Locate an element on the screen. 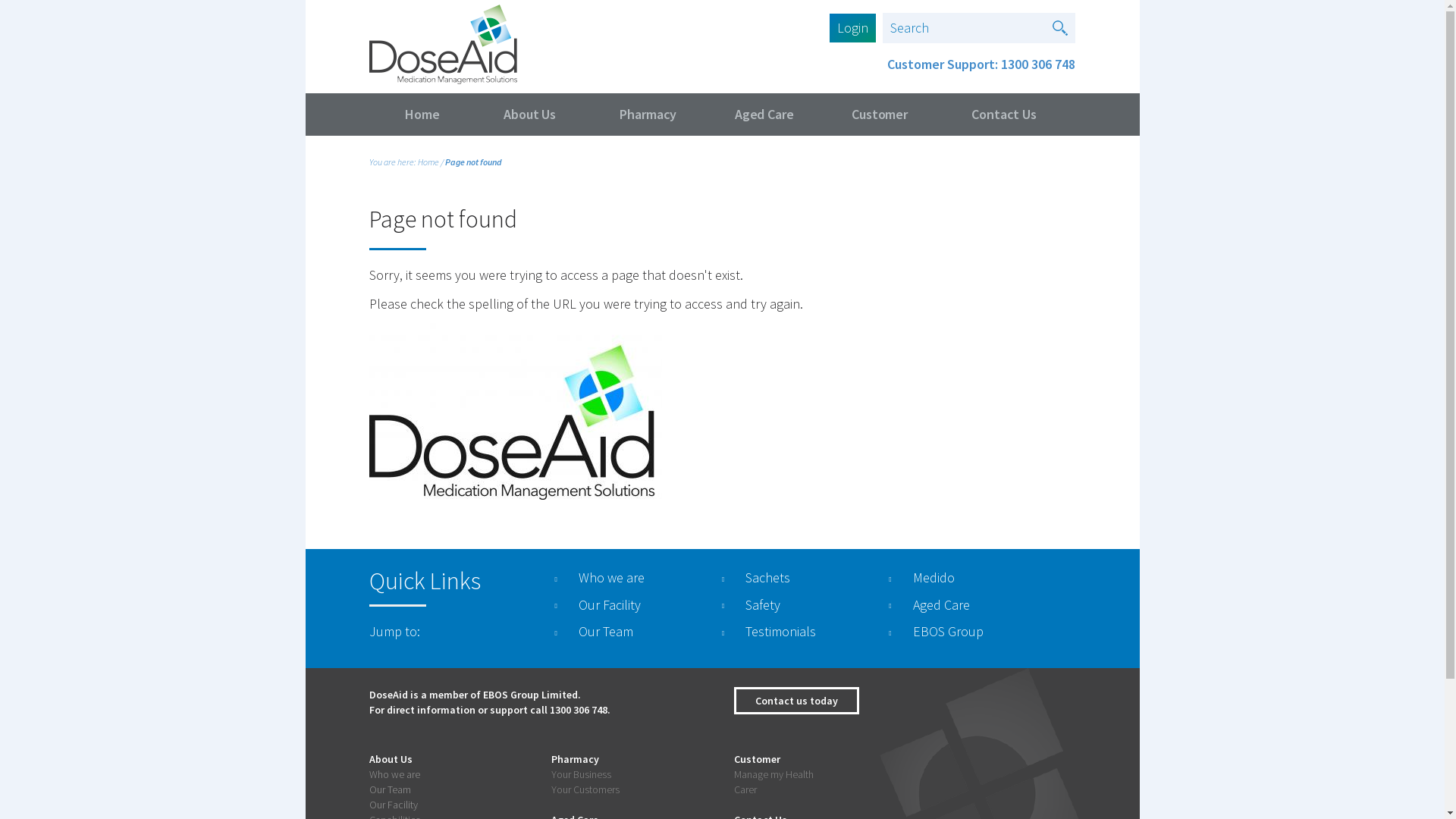 The image size is (1456, 819). '00 306 748' is located at coordinates (582, 710).